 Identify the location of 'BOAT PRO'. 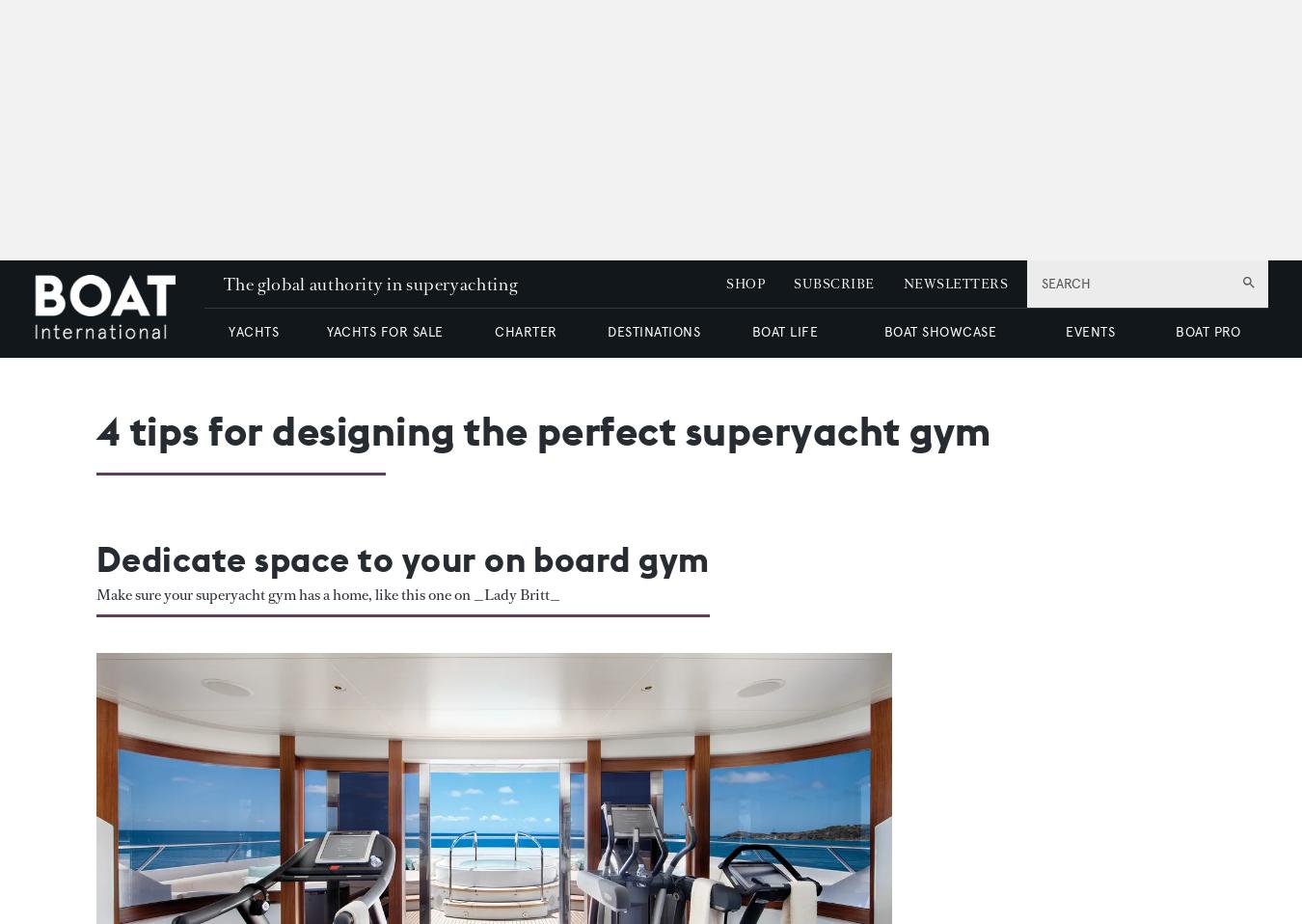
(1207, 331).